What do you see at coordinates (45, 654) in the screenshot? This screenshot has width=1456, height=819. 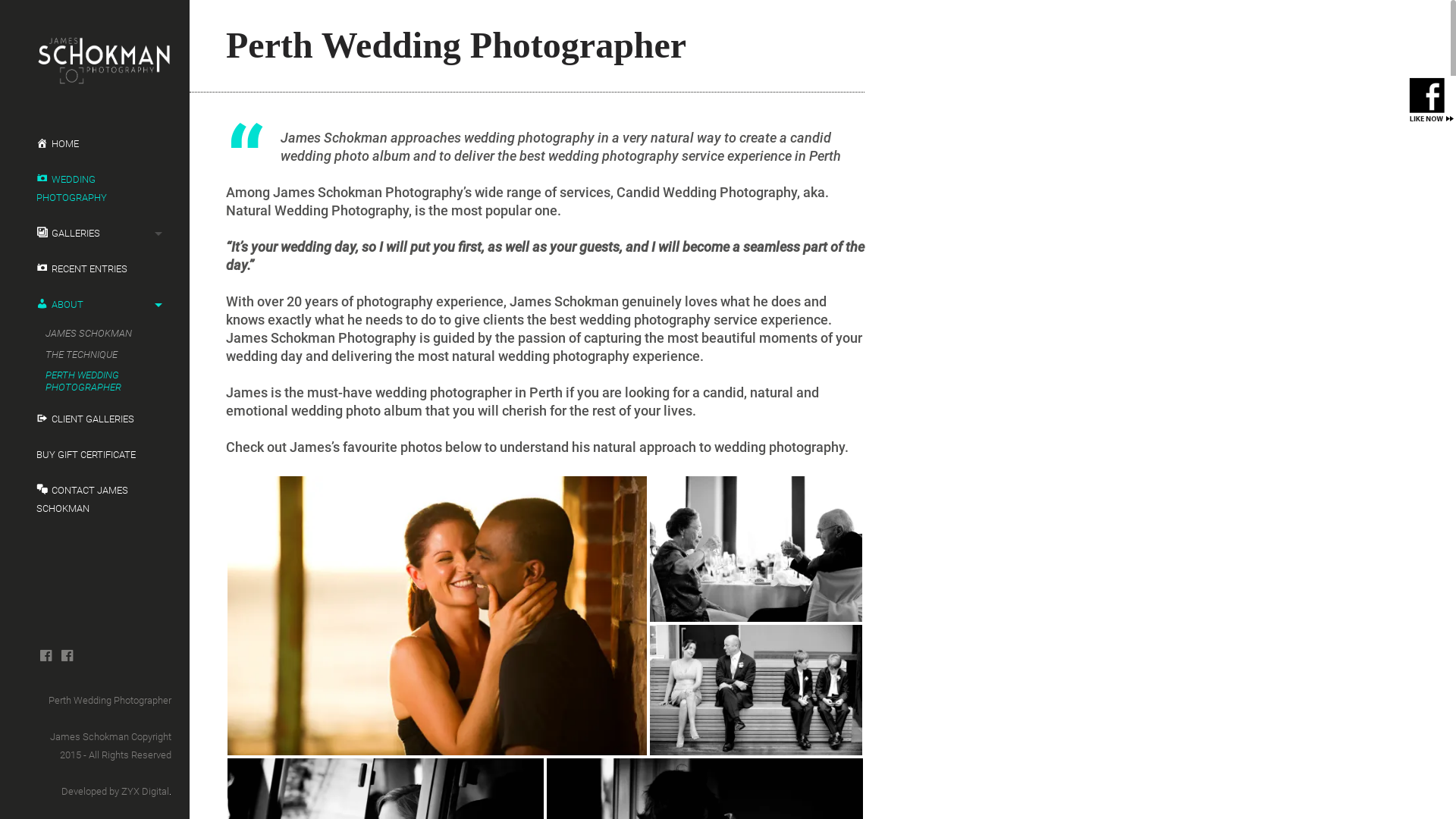 I see `'facebook'` at bounding box center [45, 654].